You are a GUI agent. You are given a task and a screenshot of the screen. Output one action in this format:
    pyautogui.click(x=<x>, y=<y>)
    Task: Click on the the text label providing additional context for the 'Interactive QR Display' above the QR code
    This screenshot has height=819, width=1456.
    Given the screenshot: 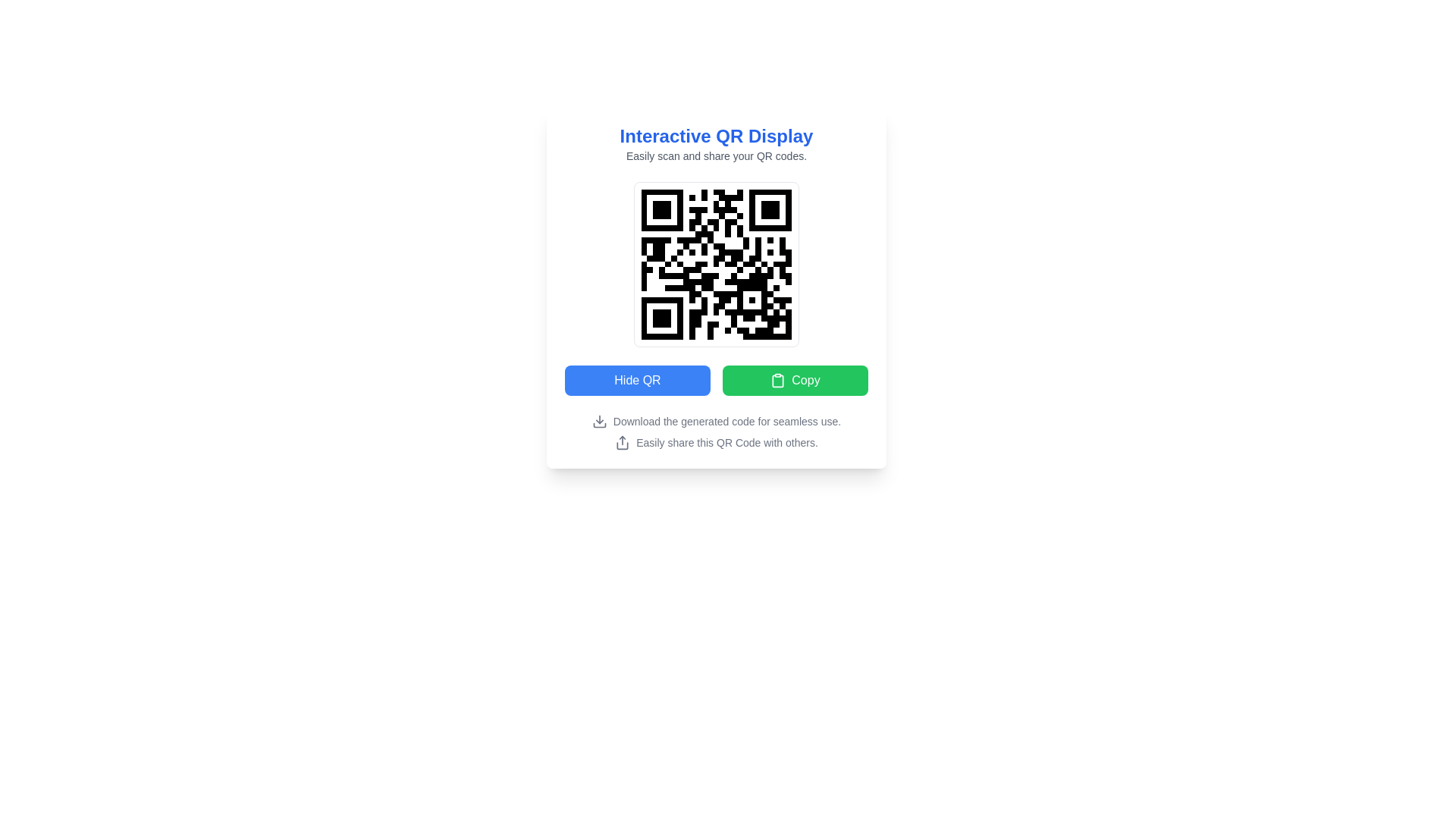 What is the action you would take?
    pyautogui.click(x=716, y=155)
    